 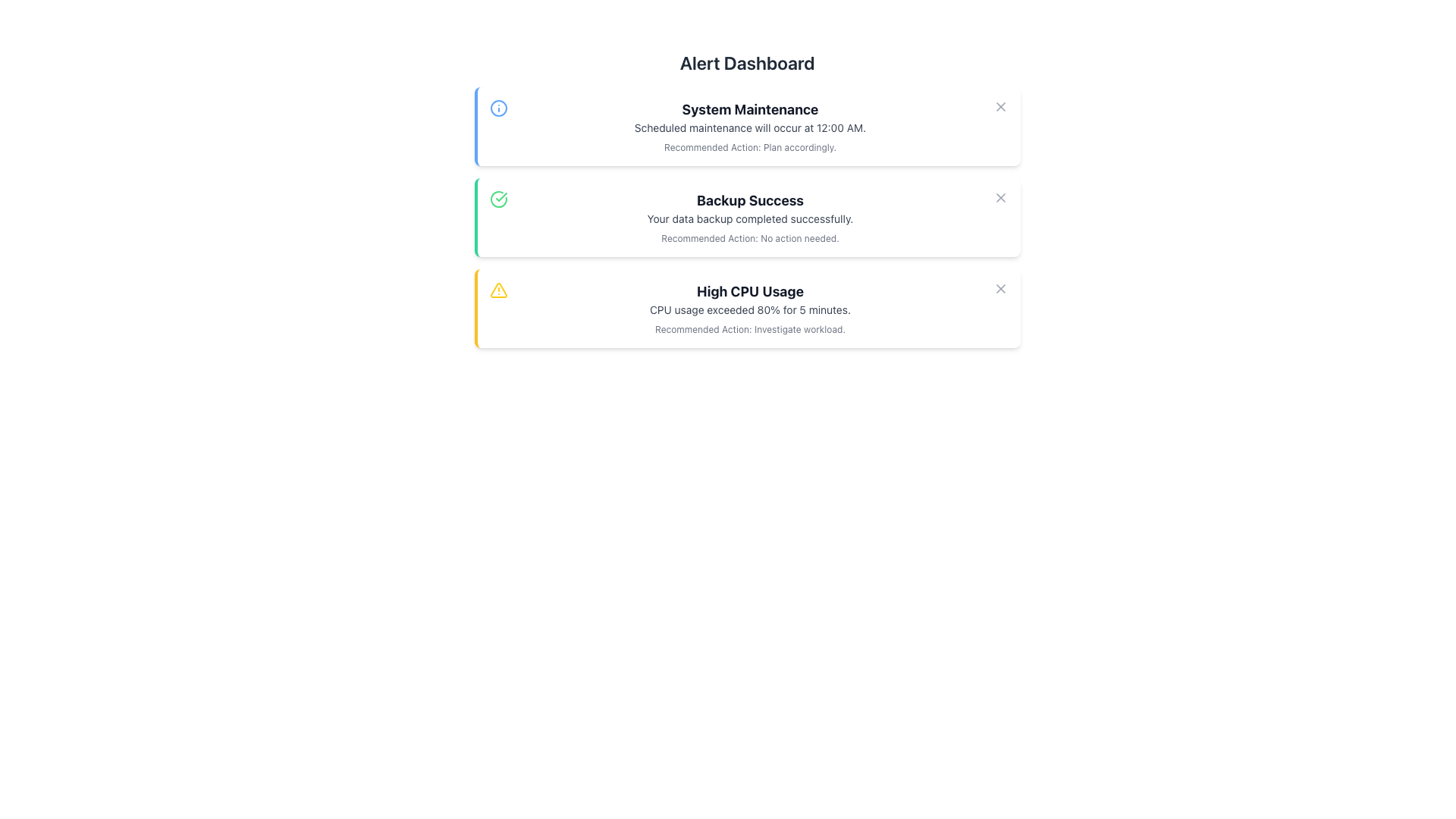 What do you see at coordinates (750, 308) in the screenshot?
I see `alert information from the Notification card about high CPU usage, which is the third card in a vertical stack below 'System Maintenance' and 'Backup Success'` at bounding box center [750, 308].